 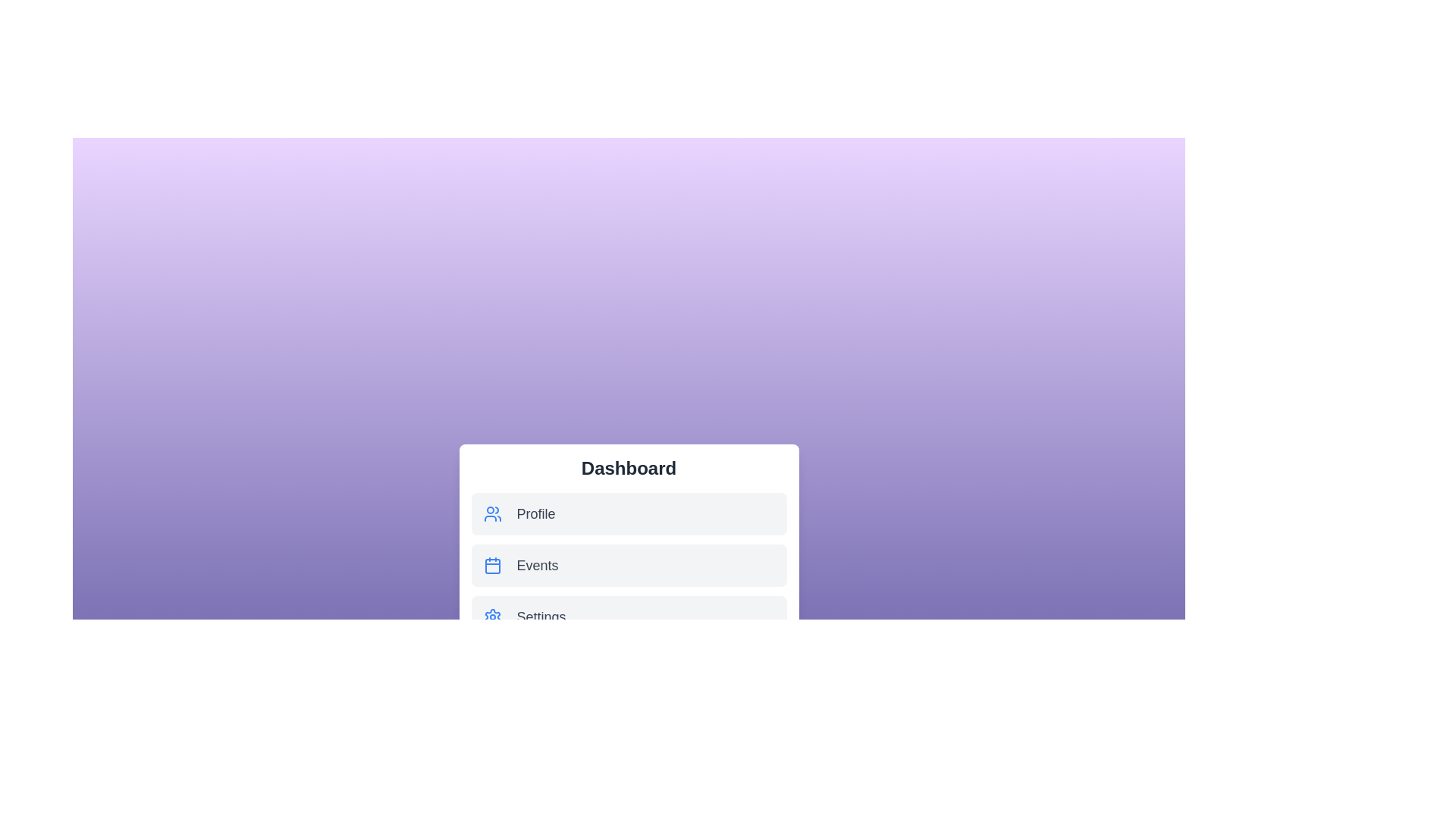 I want to click on the Calendar icon located in the sidebar panel, which is the second icon next to 'Events', so click(x=492, y=565).